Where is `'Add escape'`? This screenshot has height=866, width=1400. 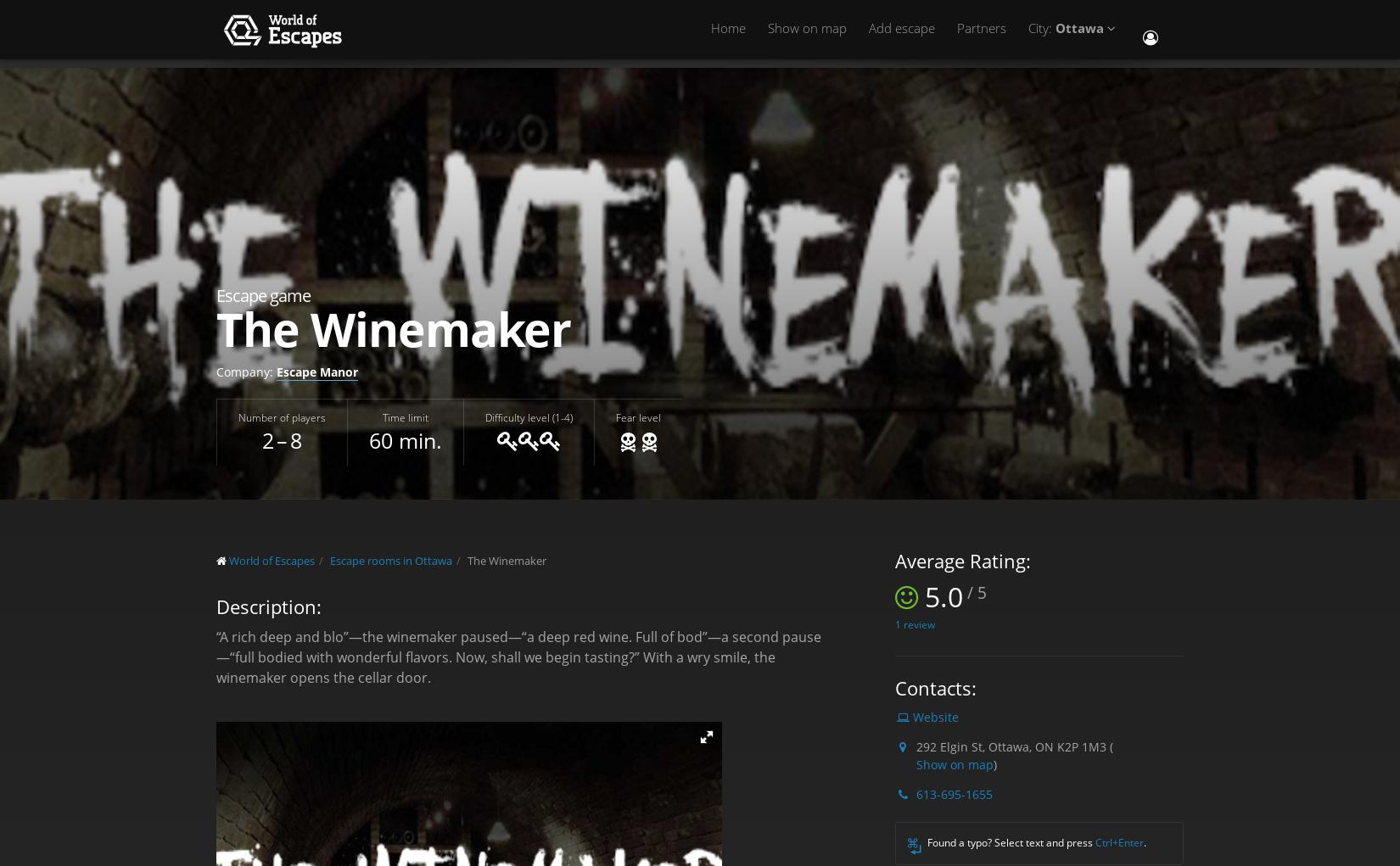
'Add escape' is located at coordinates (868, 31).